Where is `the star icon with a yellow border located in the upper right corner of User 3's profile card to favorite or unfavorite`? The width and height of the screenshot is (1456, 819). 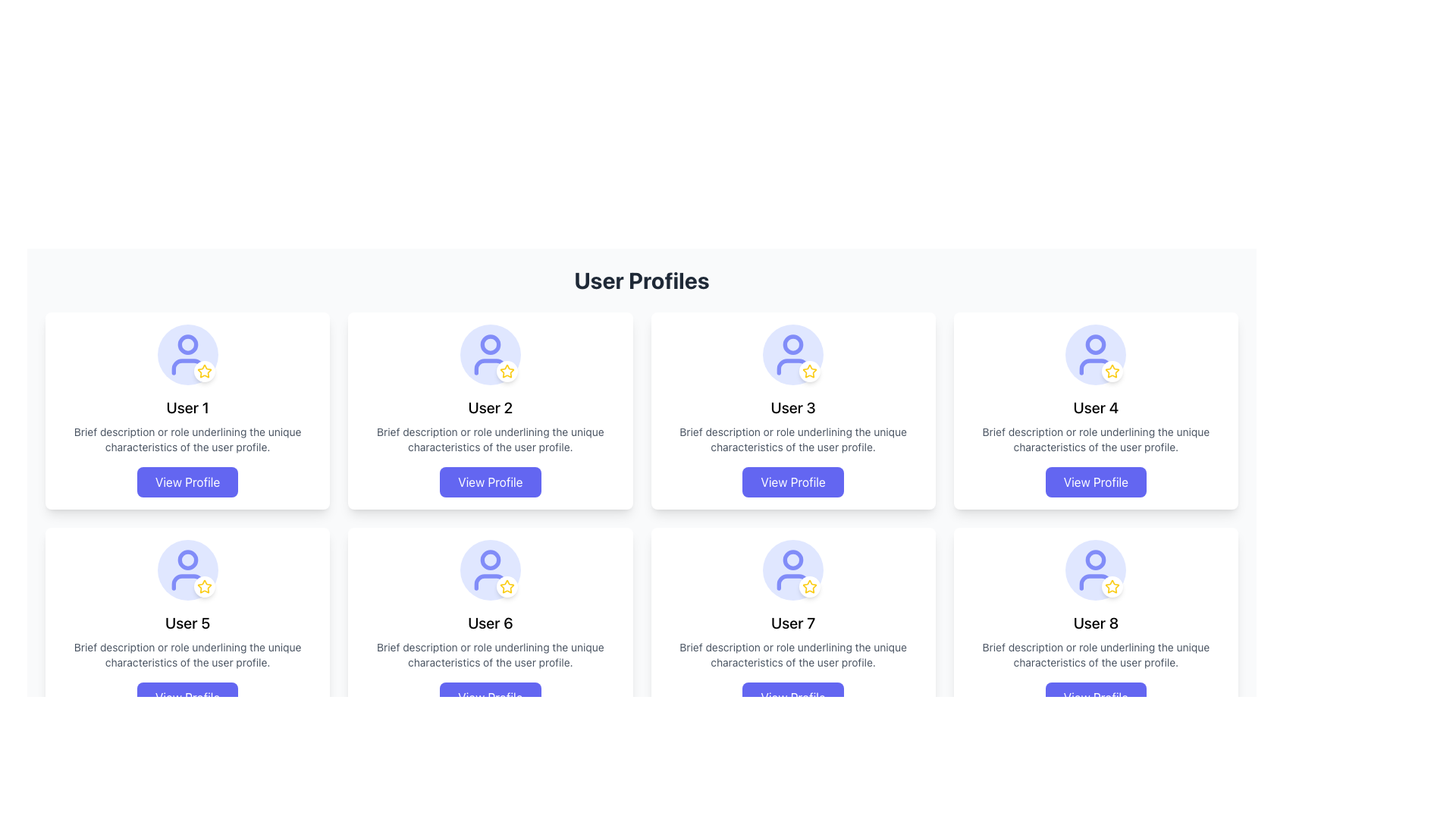
the star icon with a yellow border located in the upper right corner of User 3's profile card to favorite or unfavorite is located at coordinates (809, 371).